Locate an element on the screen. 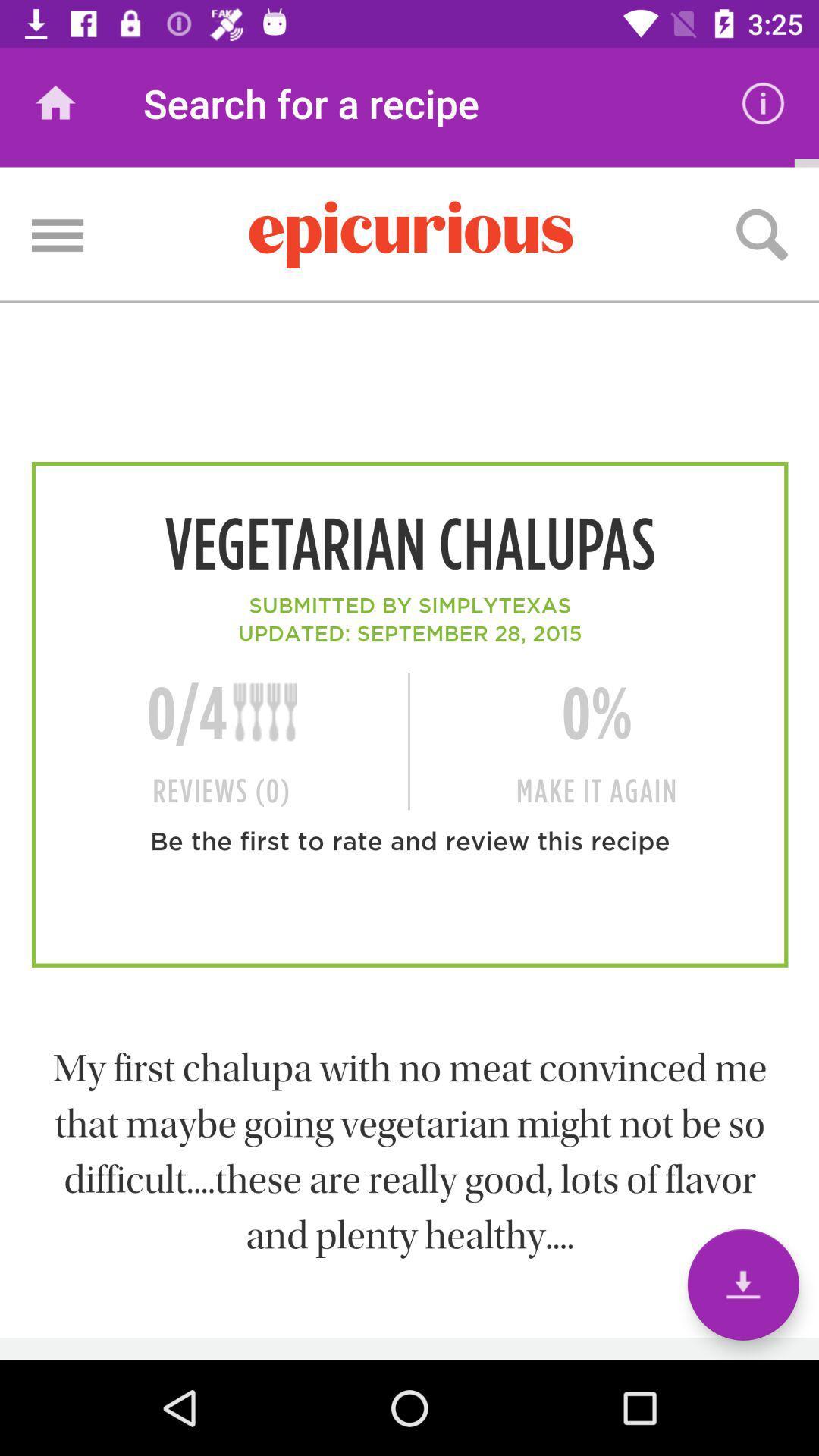  the file_download icon is located at coordinates (742, 1284).